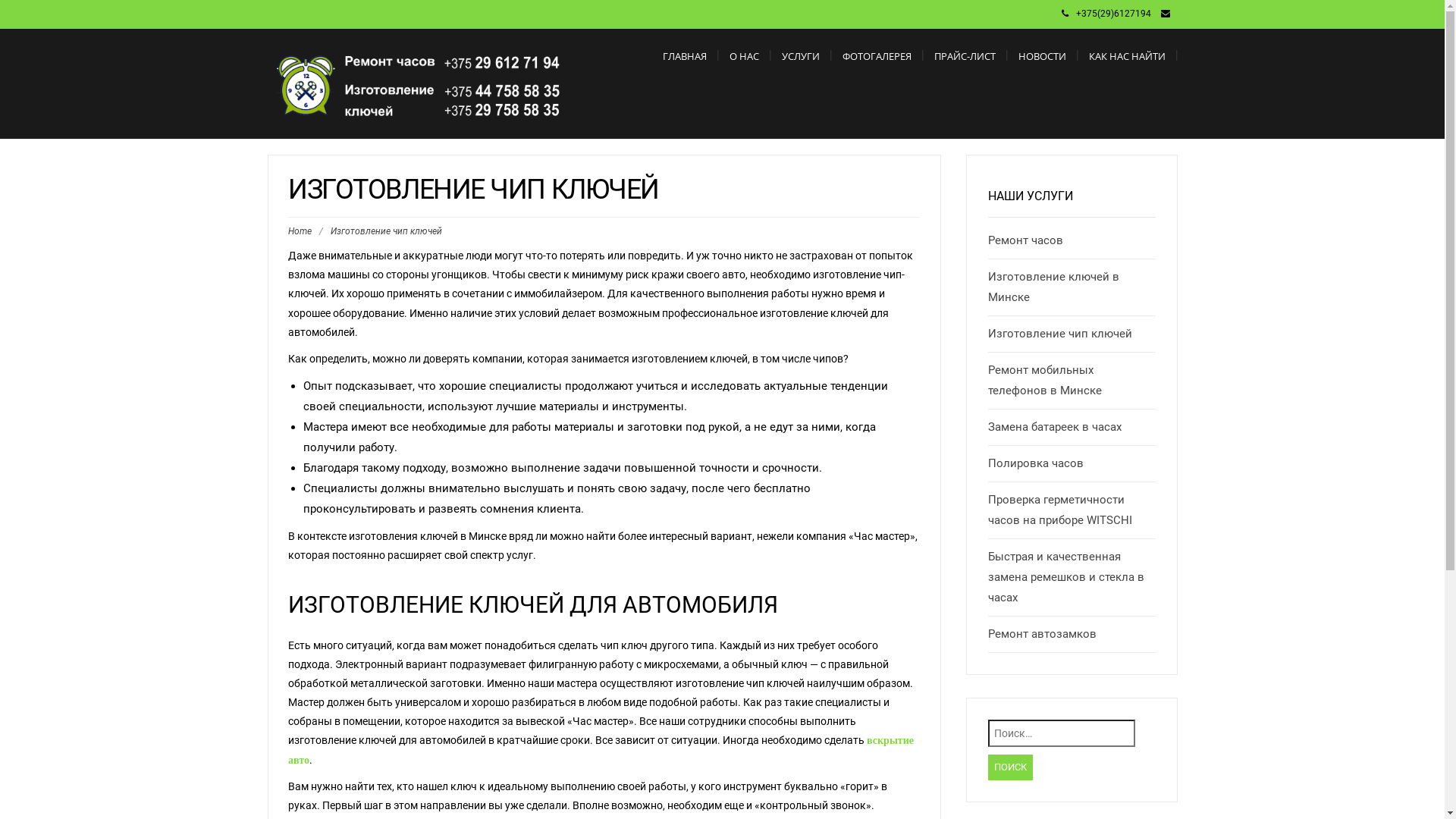 The width and height of the screenshot is (1456, 819). I want to click on 'Home', so click(300, 231).